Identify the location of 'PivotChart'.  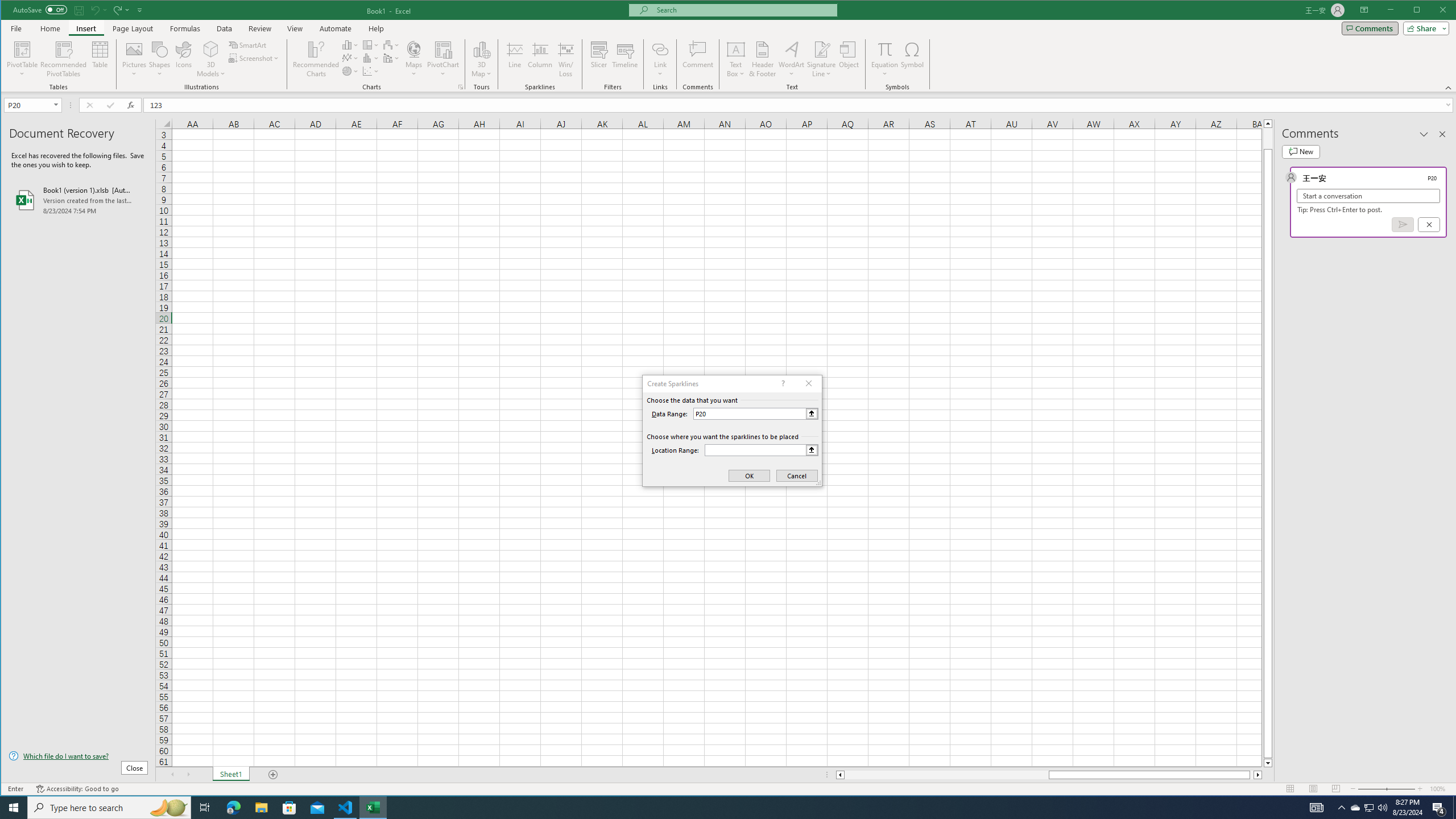
(442, 48).